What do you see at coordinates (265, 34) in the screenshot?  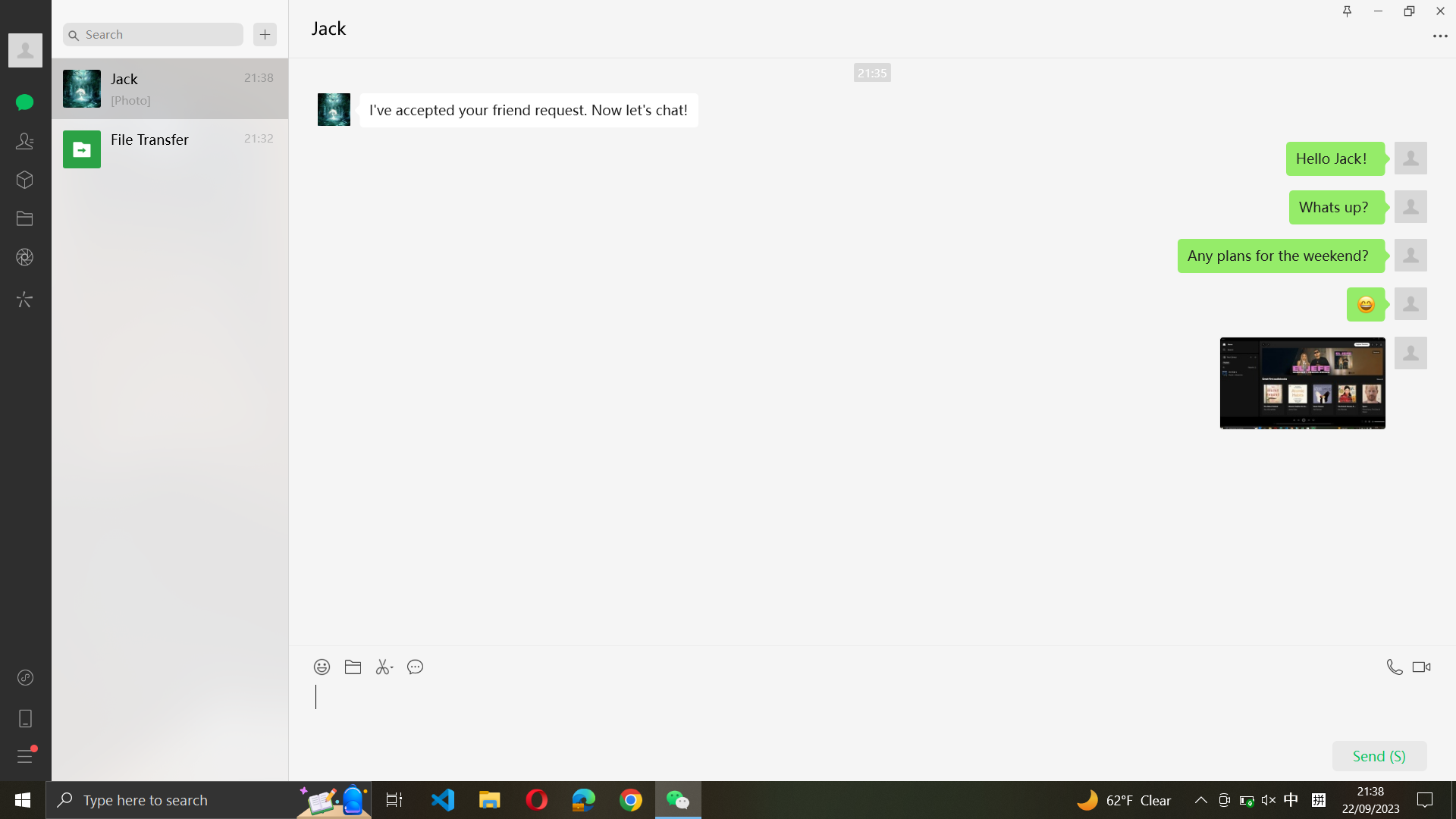 I see `Activate the new chat function` at bounding box center [265, 34].